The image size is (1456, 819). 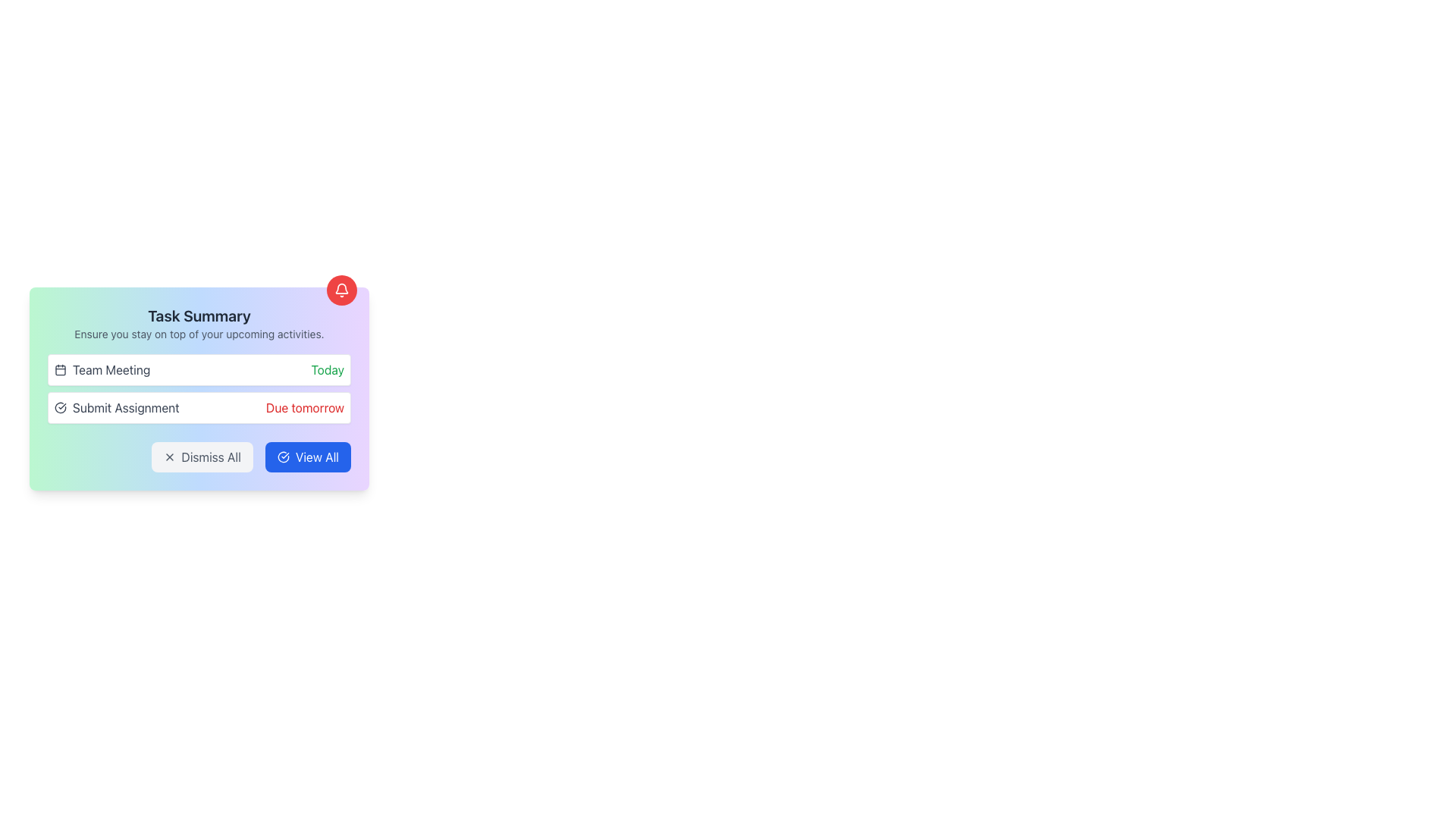 What do you see at coordinates (102, 370) in the screenshot?
I see `the Text Label that displays the scheduled activity context, located inside the 'Task Summary' box, to the left of the 'Today' label` at bounding box center [102, 370].